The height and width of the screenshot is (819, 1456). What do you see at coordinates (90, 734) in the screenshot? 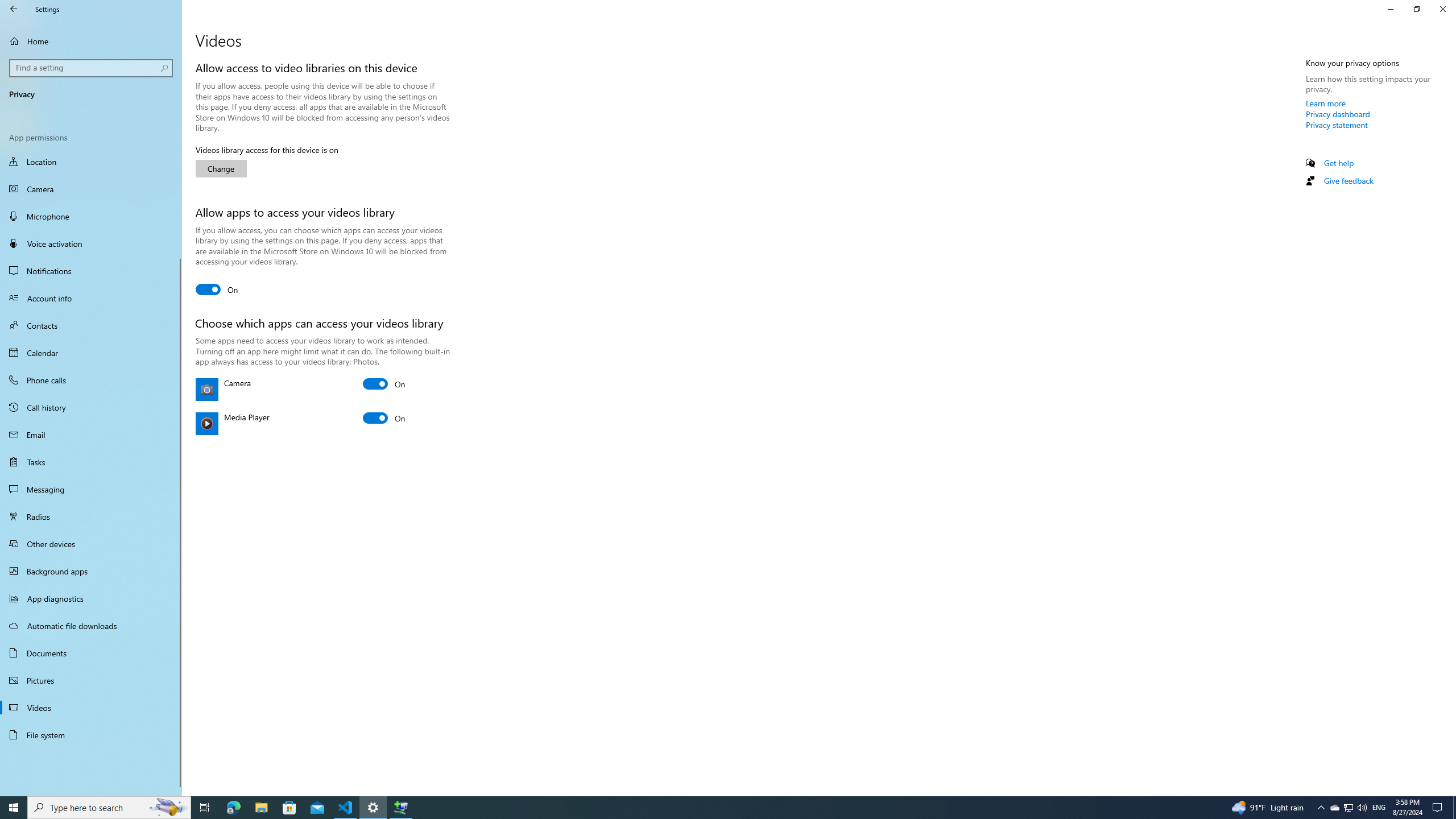
I see `'File system'` at bounding box center [90, 734].